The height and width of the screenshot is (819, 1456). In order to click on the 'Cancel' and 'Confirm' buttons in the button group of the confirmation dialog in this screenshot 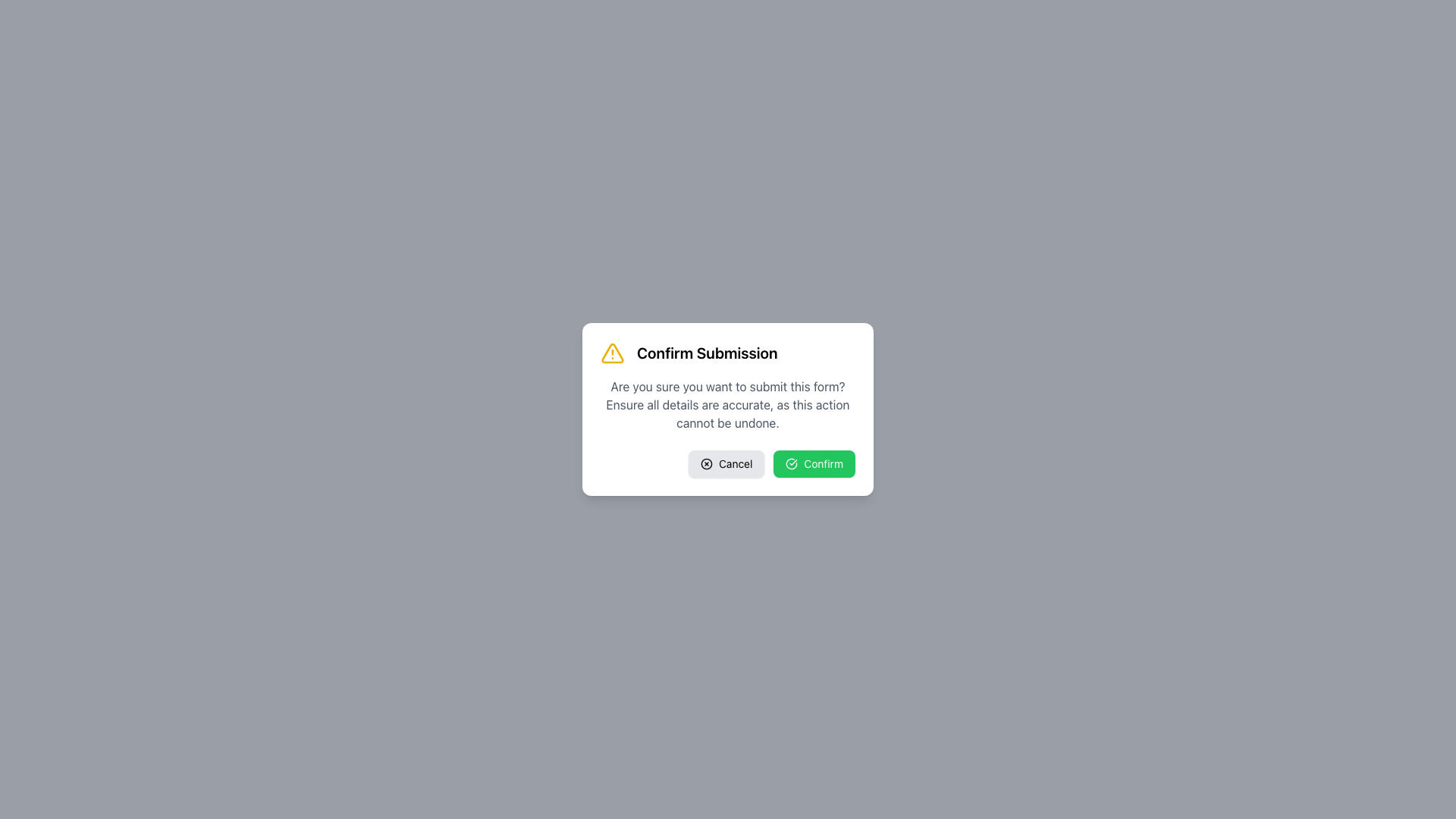, I will do `click(728, 463)`.